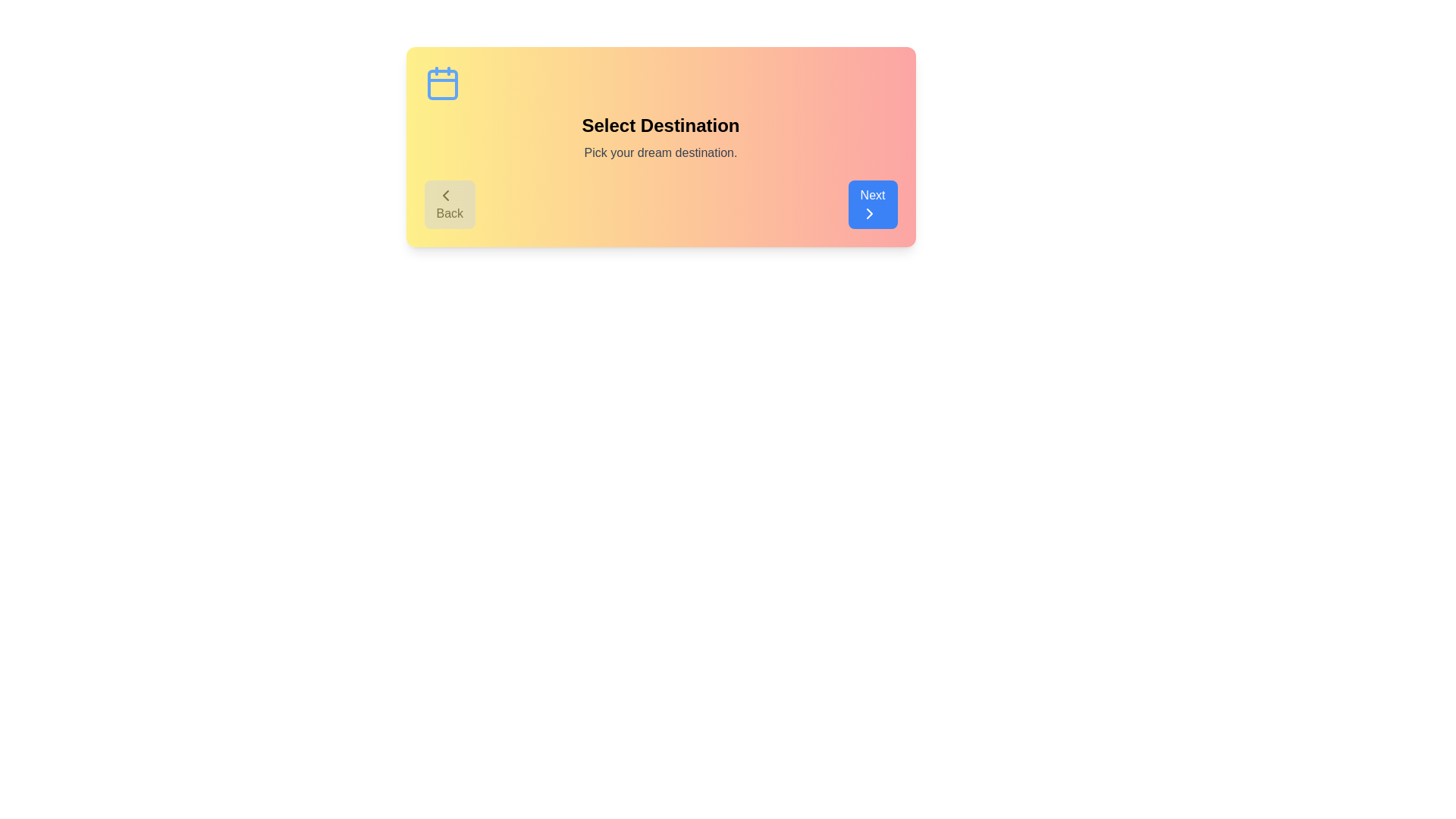 The image size is (1456, 819). I want to click on the 'Next' button to proceed to the next step, so click(873, 205).